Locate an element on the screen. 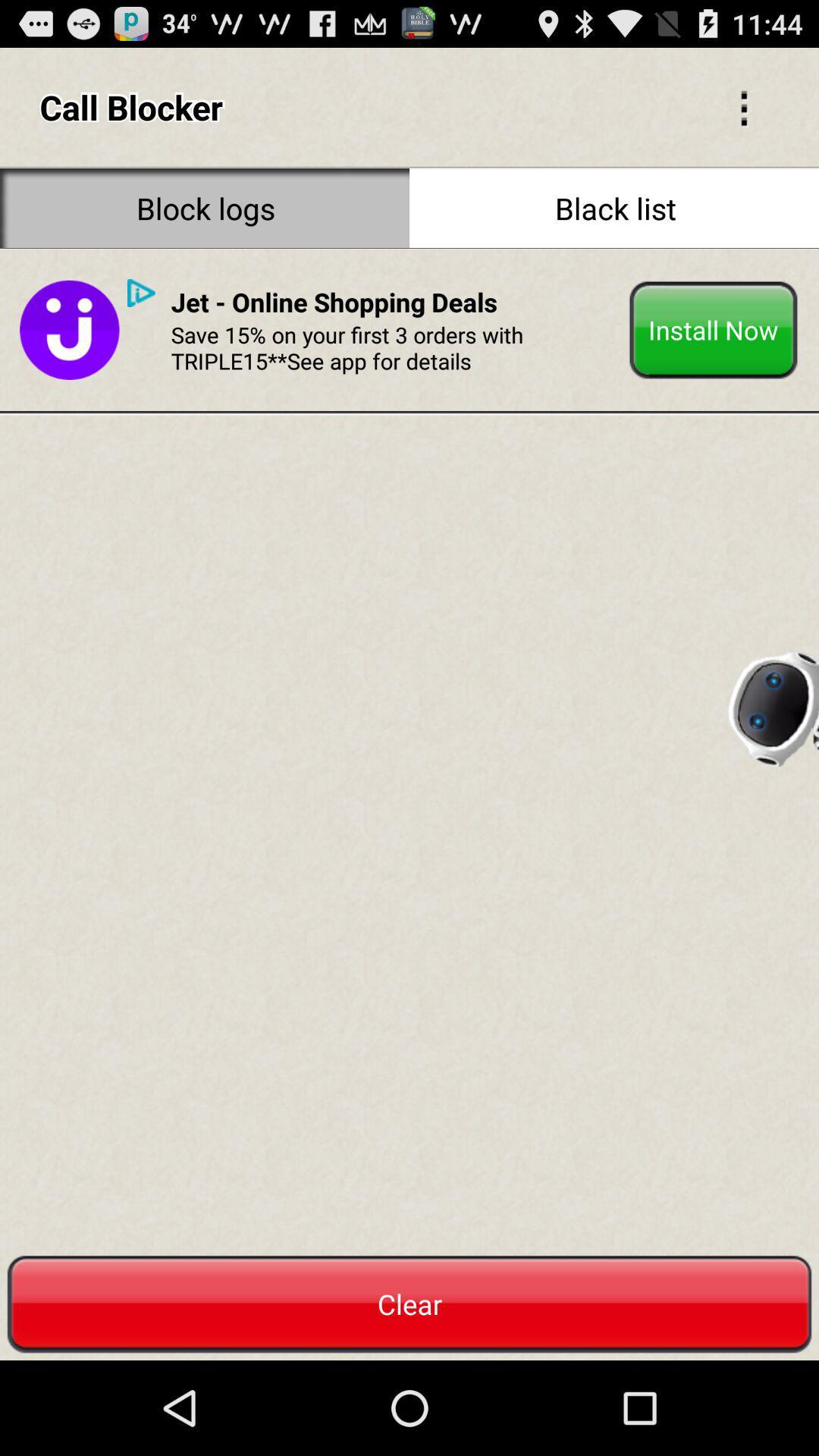  the icon above the clear icon is located at coordinates (69, 329).